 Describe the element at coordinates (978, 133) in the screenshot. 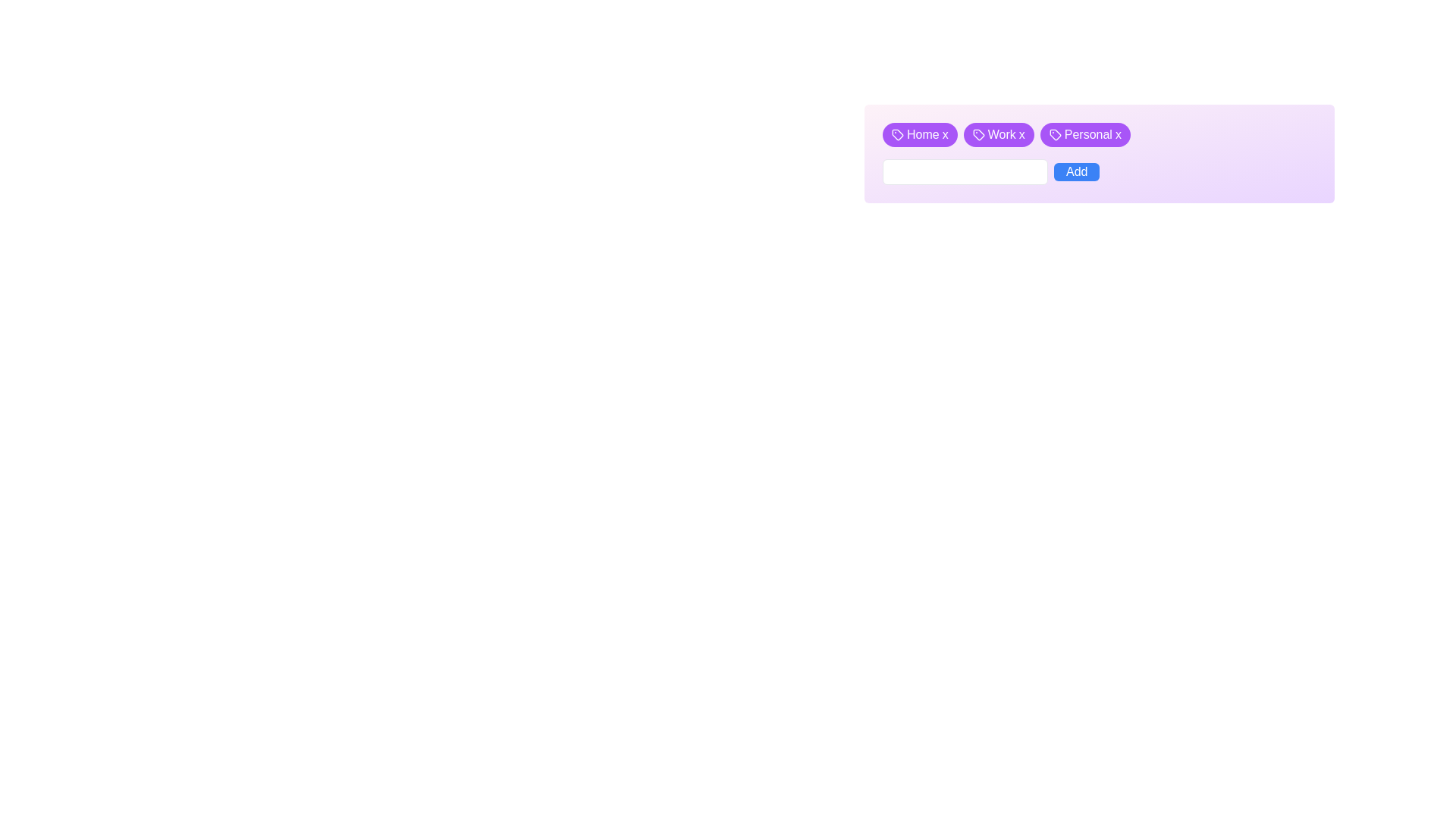

I see `the tag icon with a purple background located to the left of the text 'Work' in the interface` at that location.